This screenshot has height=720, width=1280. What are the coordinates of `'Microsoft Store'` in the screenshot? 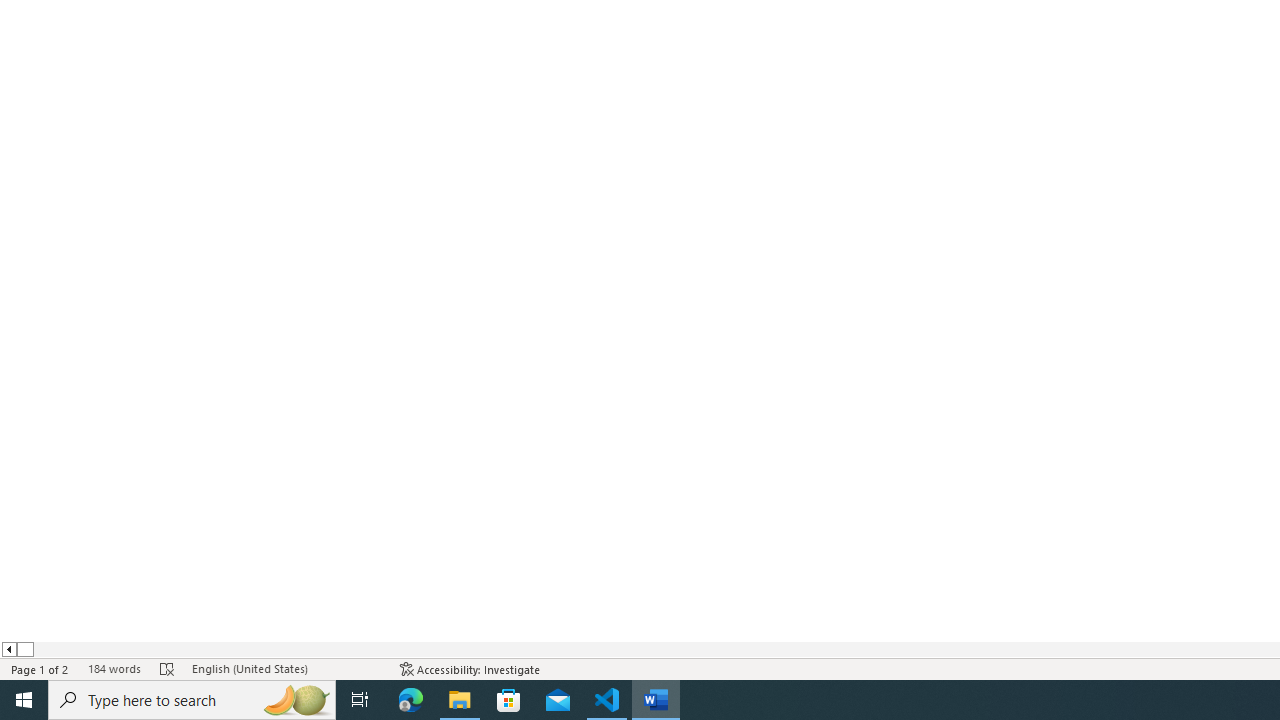 It's located at (509, 698).